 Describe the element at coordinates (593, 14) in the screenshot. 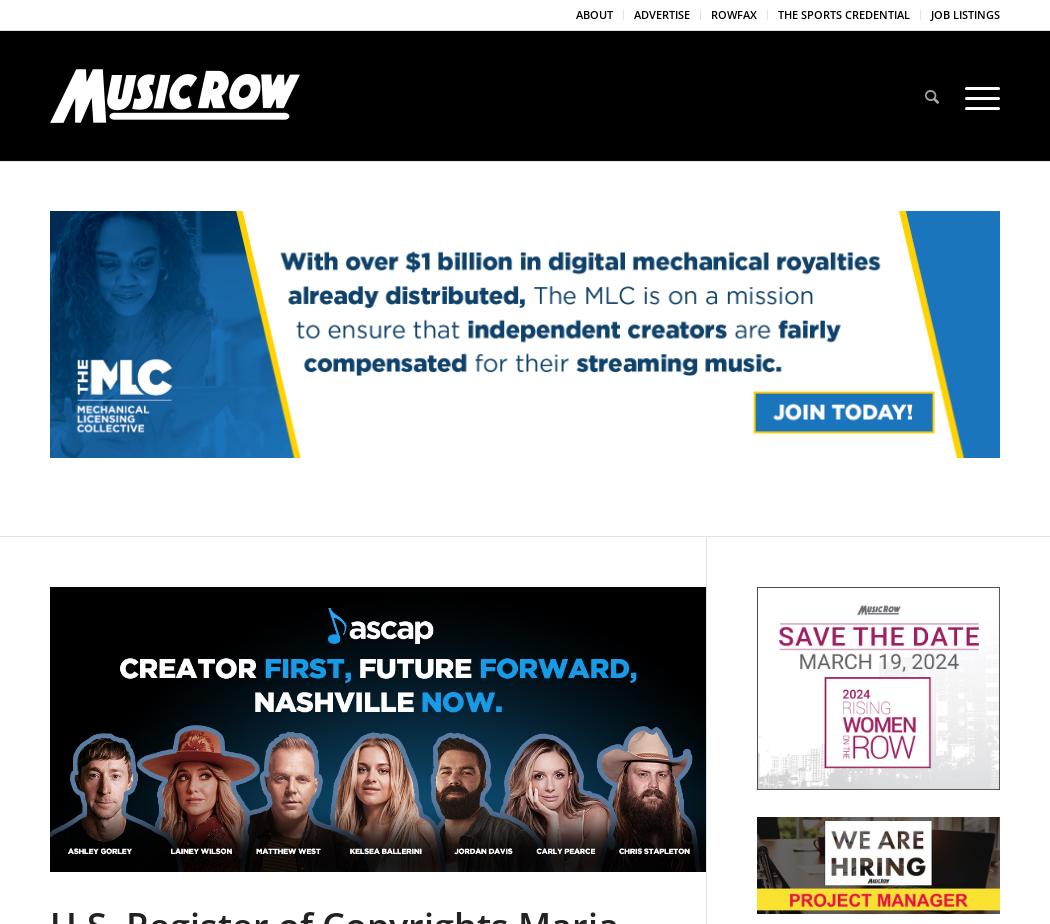

I see `'ABOUT'` at that location.